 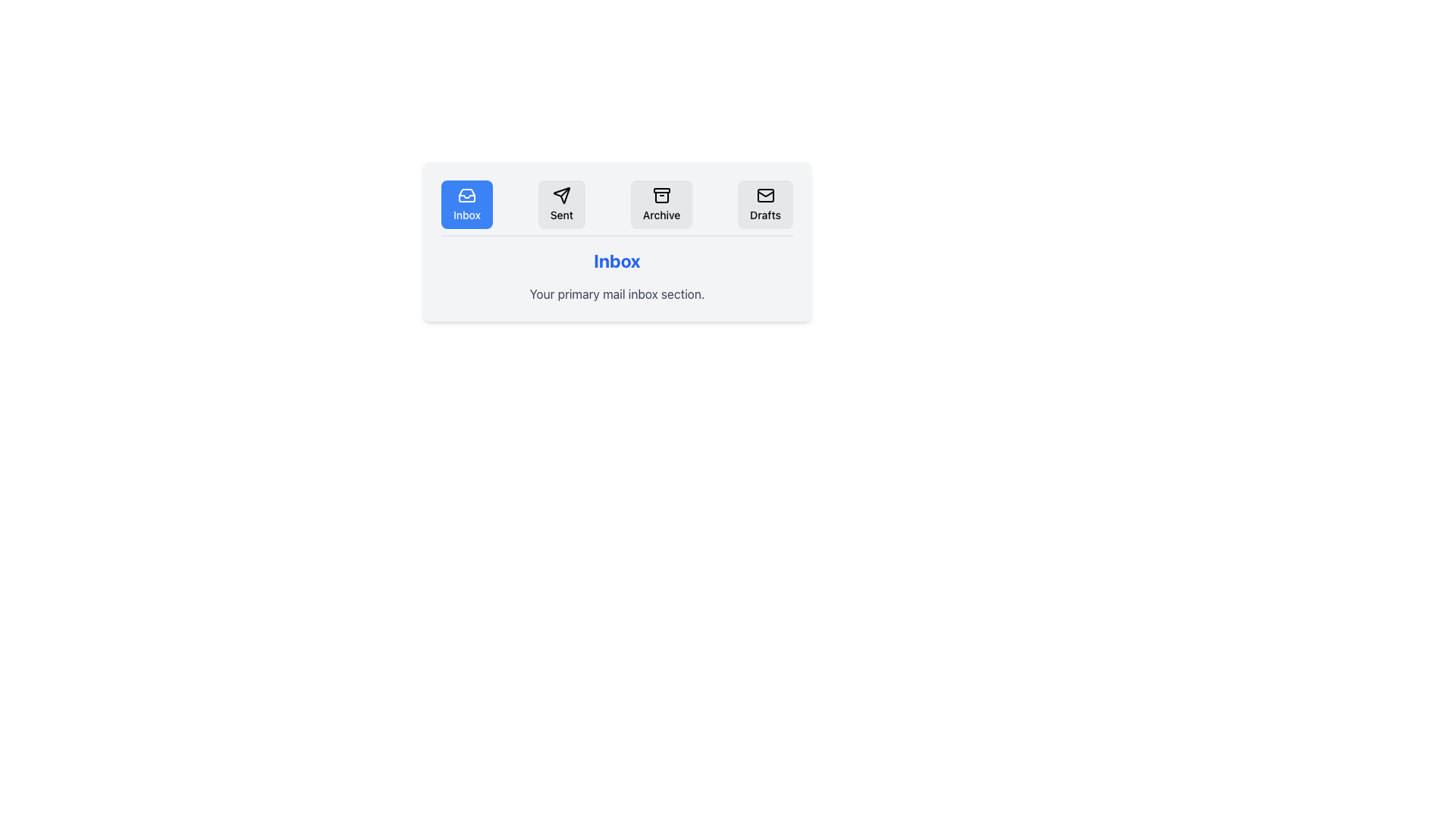 I want to click on the 'Archive' button, which contains a smaller text label saying 'Archive', located in the lower section of the button, the third button from the left in a row of four similar buttons, so click(x=661, y=215).